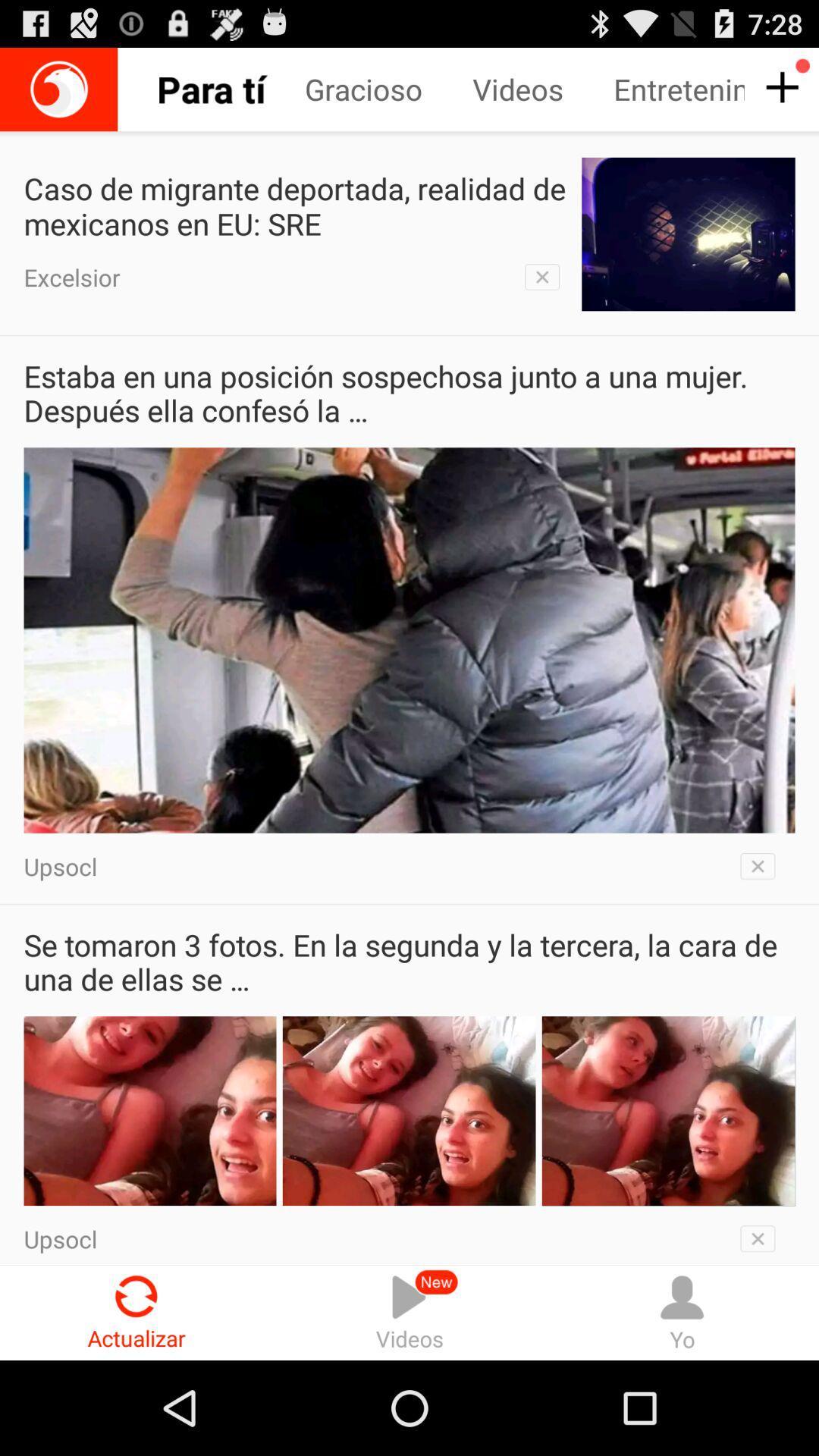 The height and width of the screenshot is (1456, 819). Describe the element at coordinates (762, 1235) in the screenshot. I see `button` at that location.